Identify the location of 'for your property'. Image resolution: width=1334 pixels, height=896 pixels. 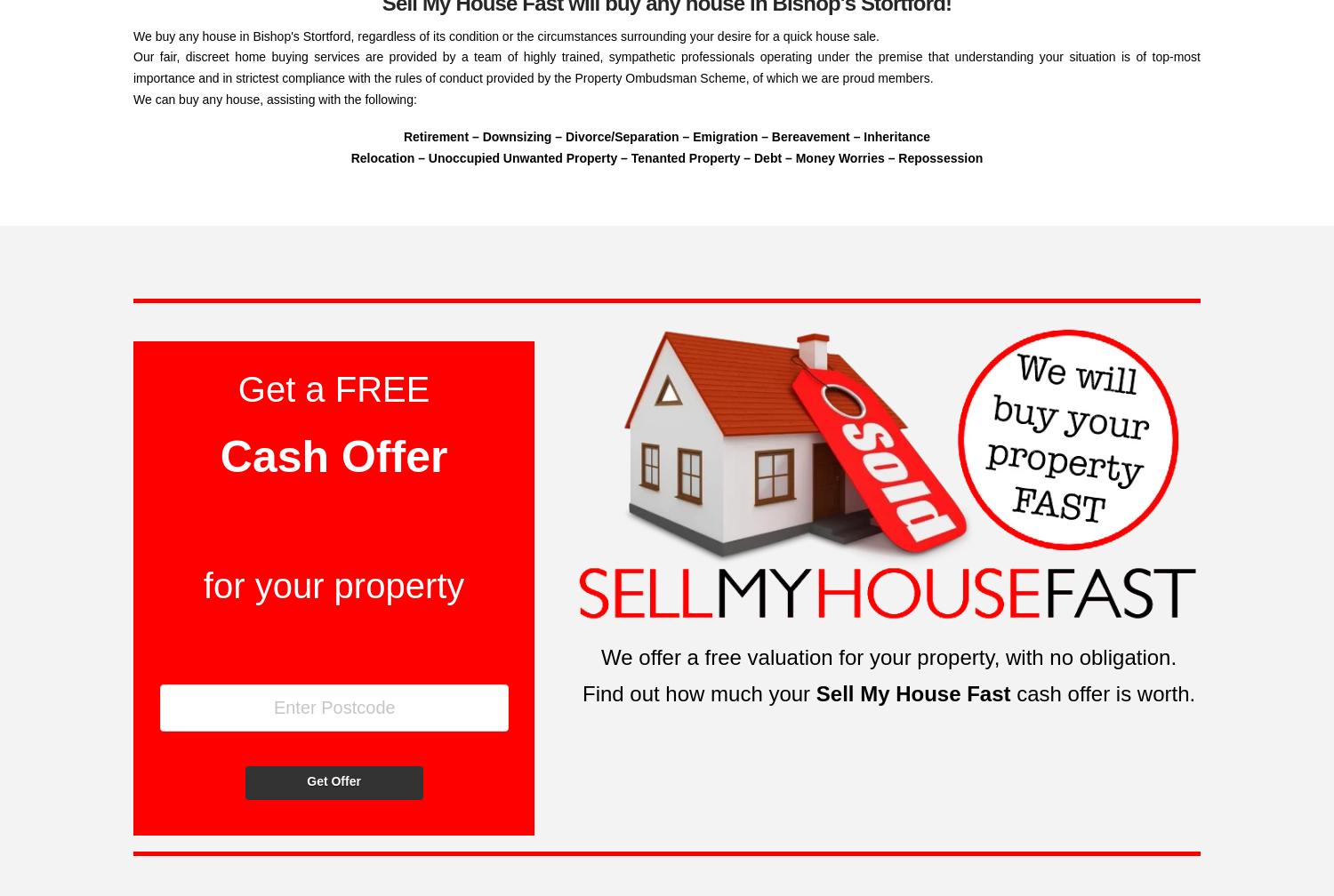
(202, 586).